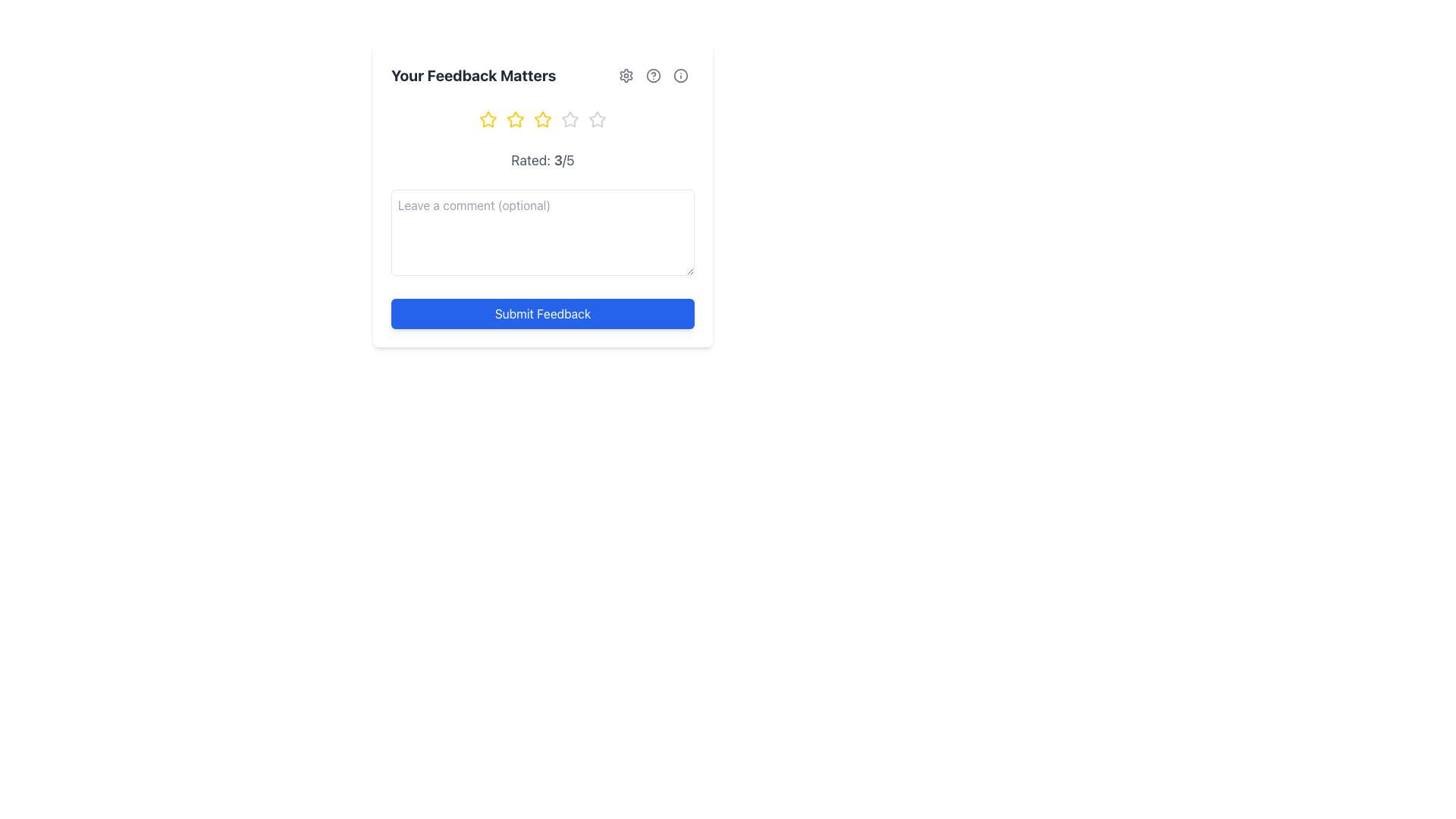  What do you see at coordinates (570, 119) in the screenshot?
I see `the fourth star-shaped icon` at bounding box center [570, 119].